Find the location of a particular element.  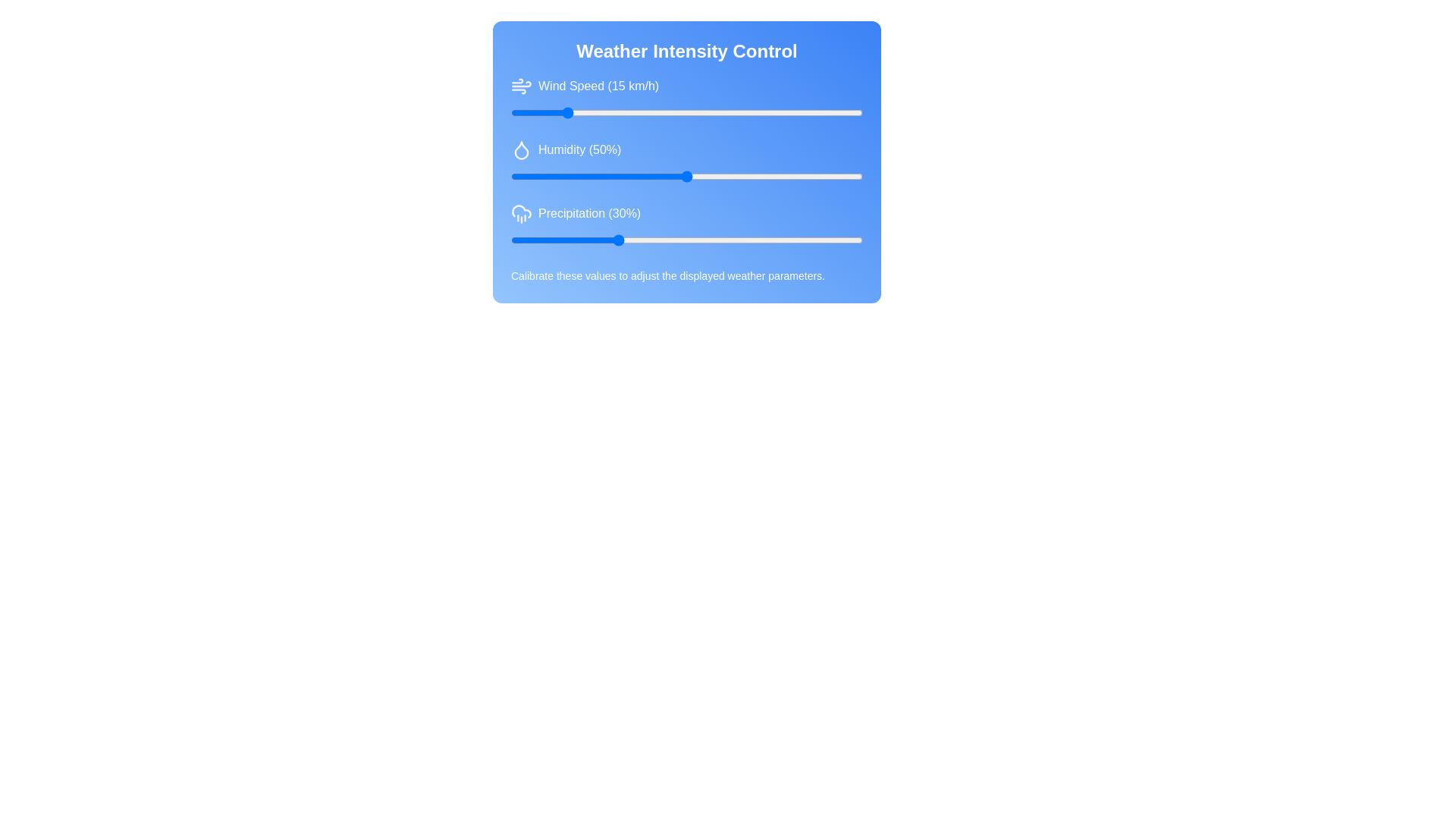

the humidity is located at coordinates (580, 175).